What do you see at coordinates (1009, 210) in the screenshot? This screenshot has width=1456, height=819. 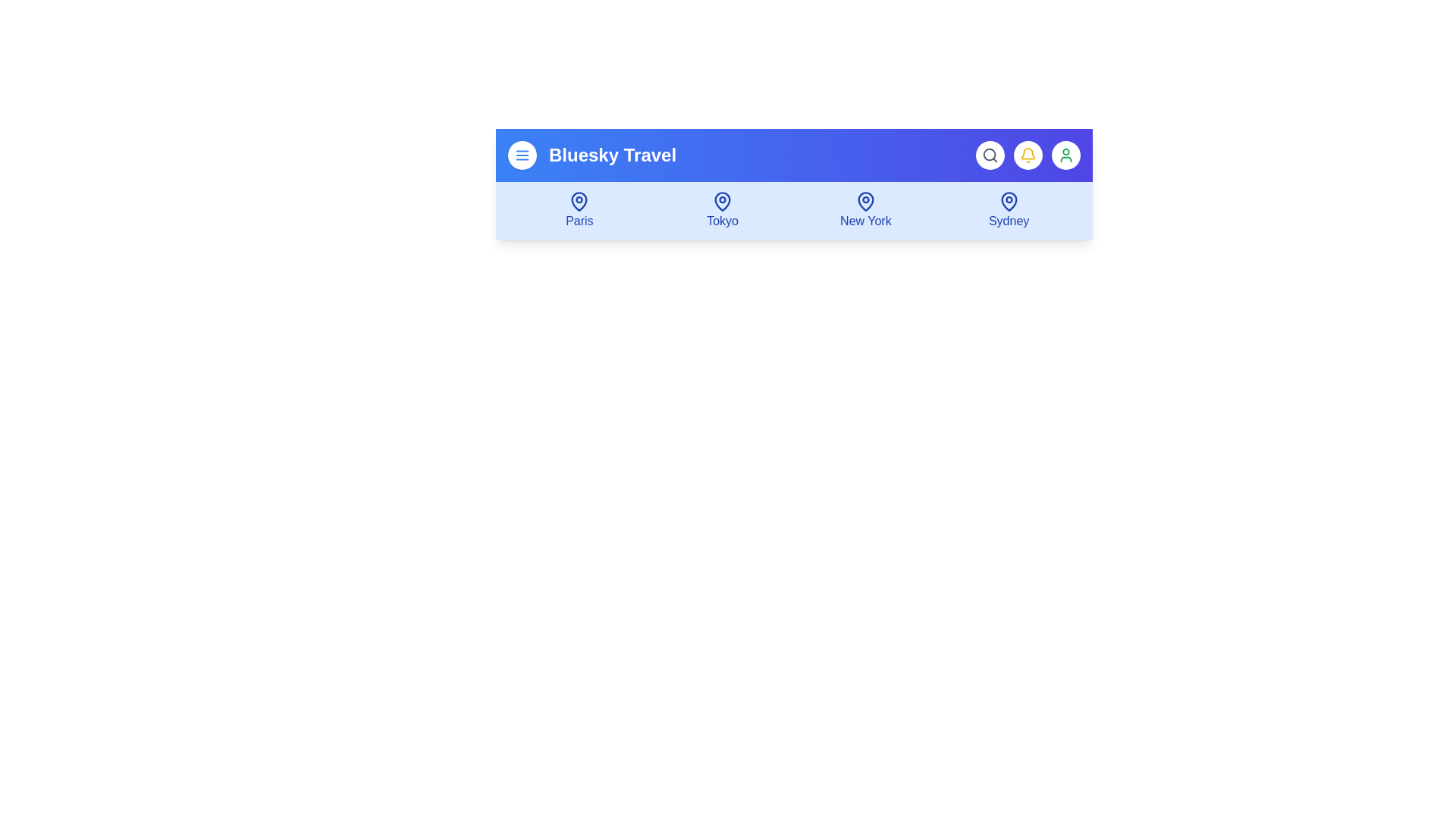 I see `the destination item Sydney` at bounding box center [1009, 210].